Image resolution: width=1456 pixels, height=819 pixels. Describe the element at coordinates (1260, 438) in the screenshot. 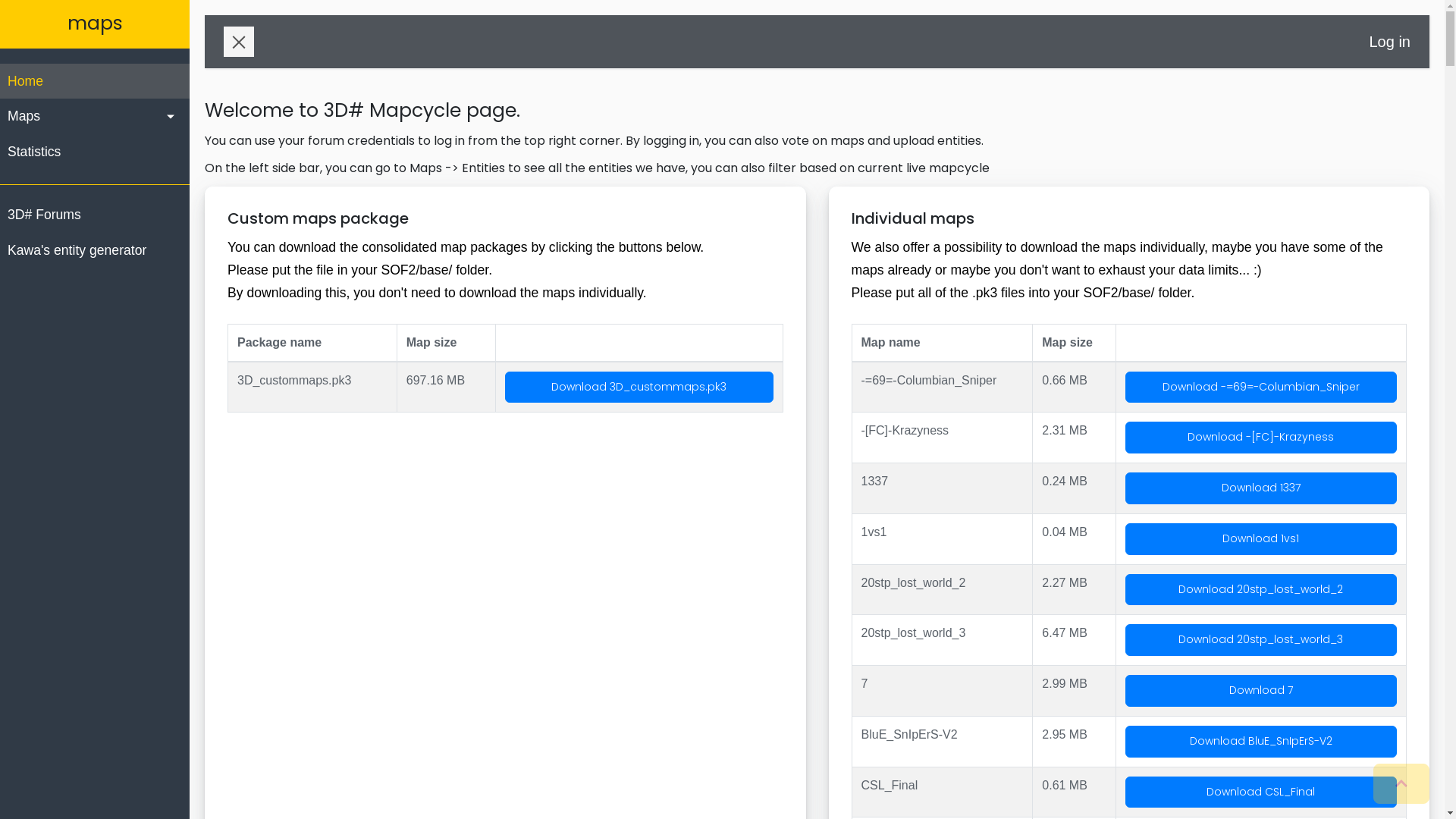

I see `'Download -[FC]-Krazyness'` at that location.